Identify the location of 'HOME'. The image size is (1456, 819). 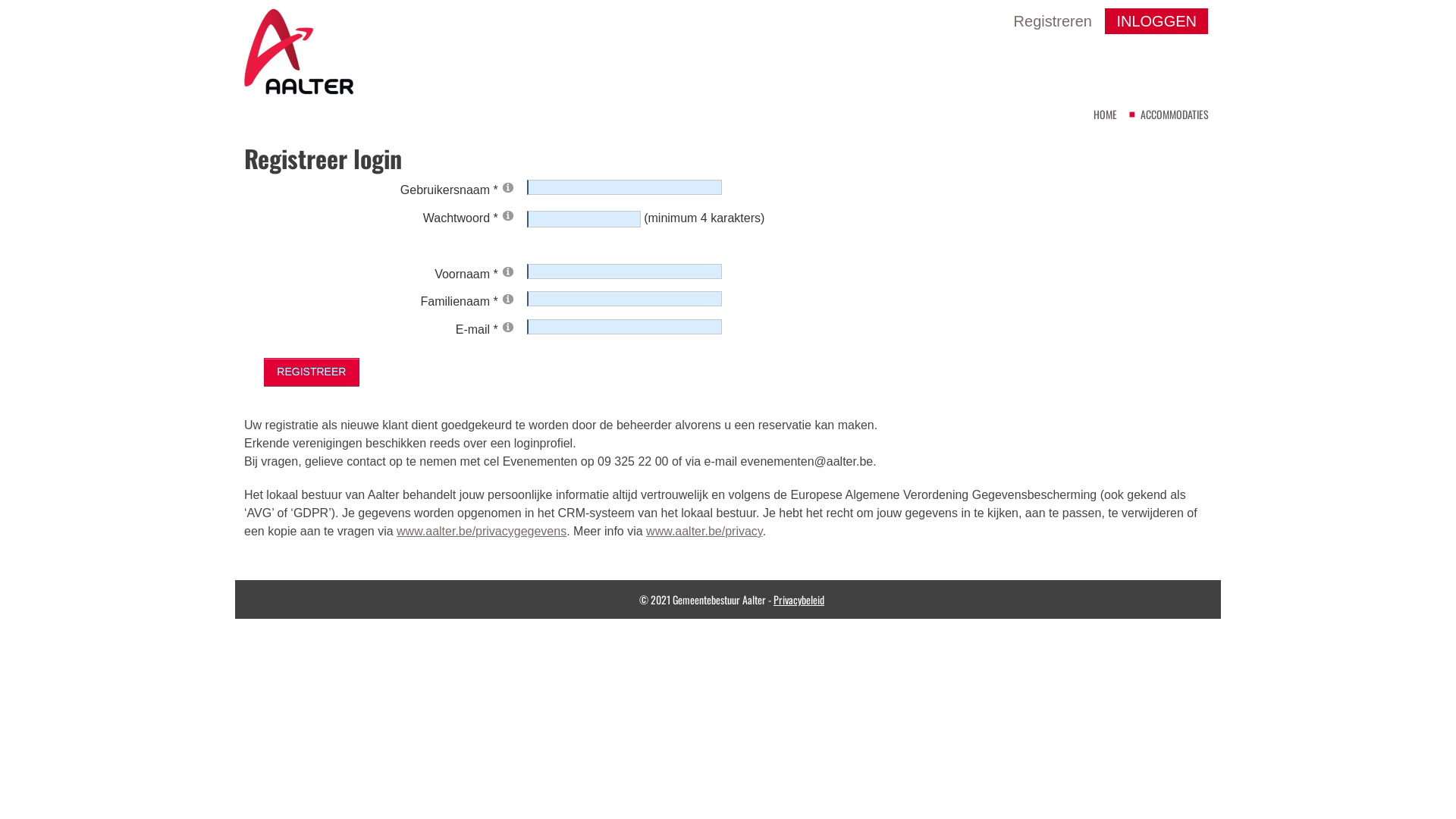
(1106, 113).